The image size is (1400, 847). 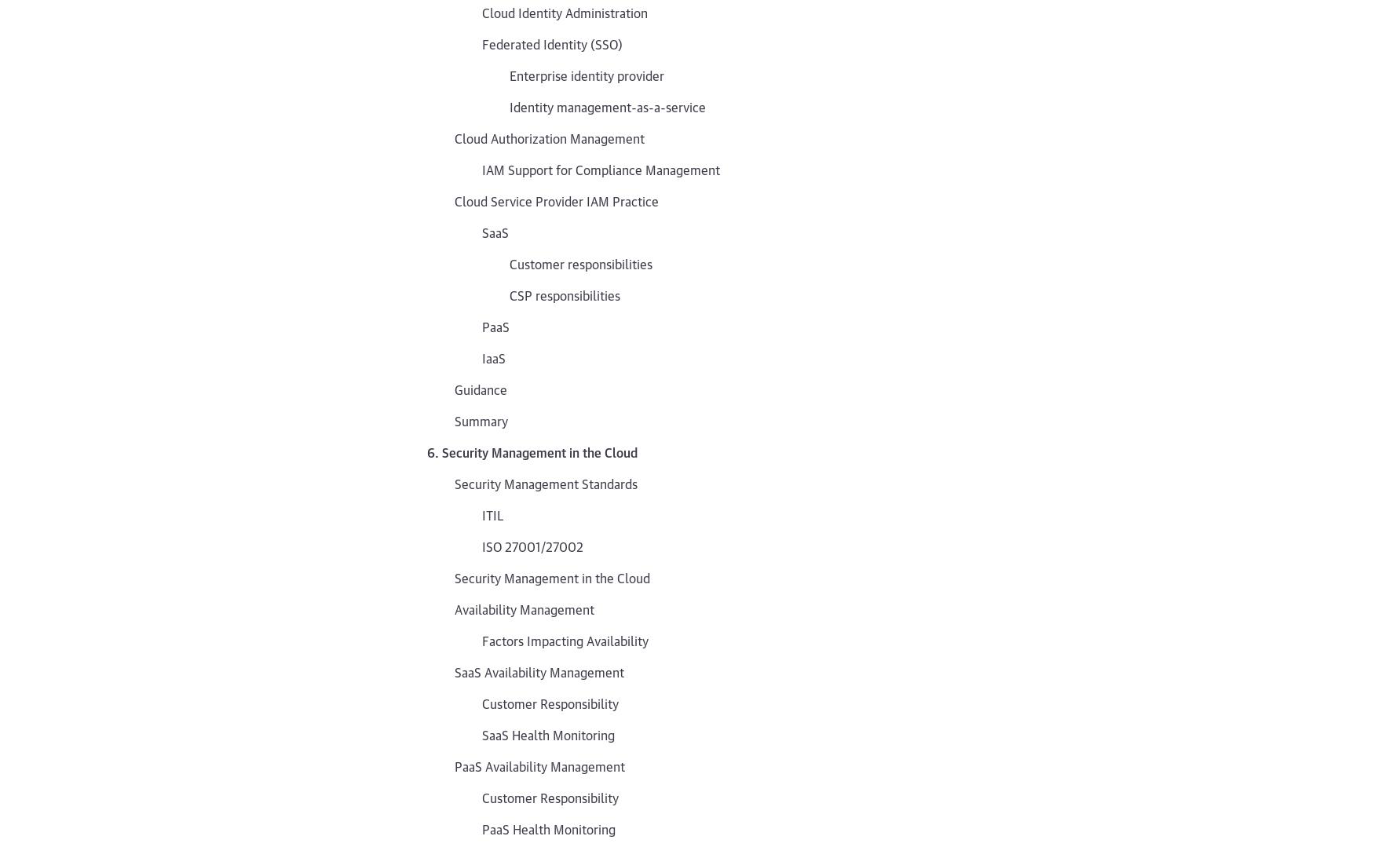 I want to click on 'ISO 27001/27002', so click(x=532, y=545).